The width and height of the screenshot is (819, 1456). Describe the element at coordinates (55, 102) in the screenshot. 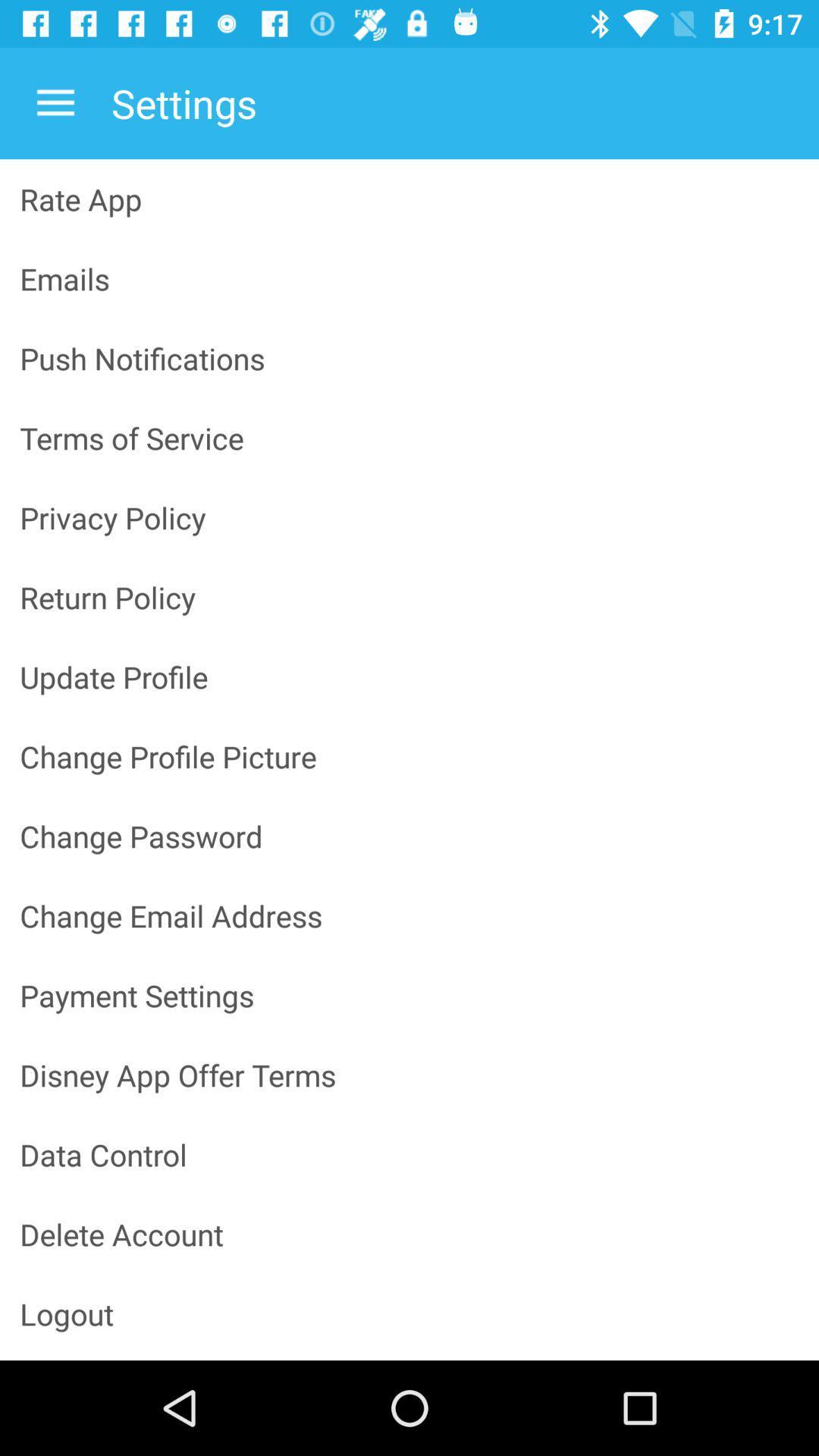

I see `item above the rate app item` at that location.